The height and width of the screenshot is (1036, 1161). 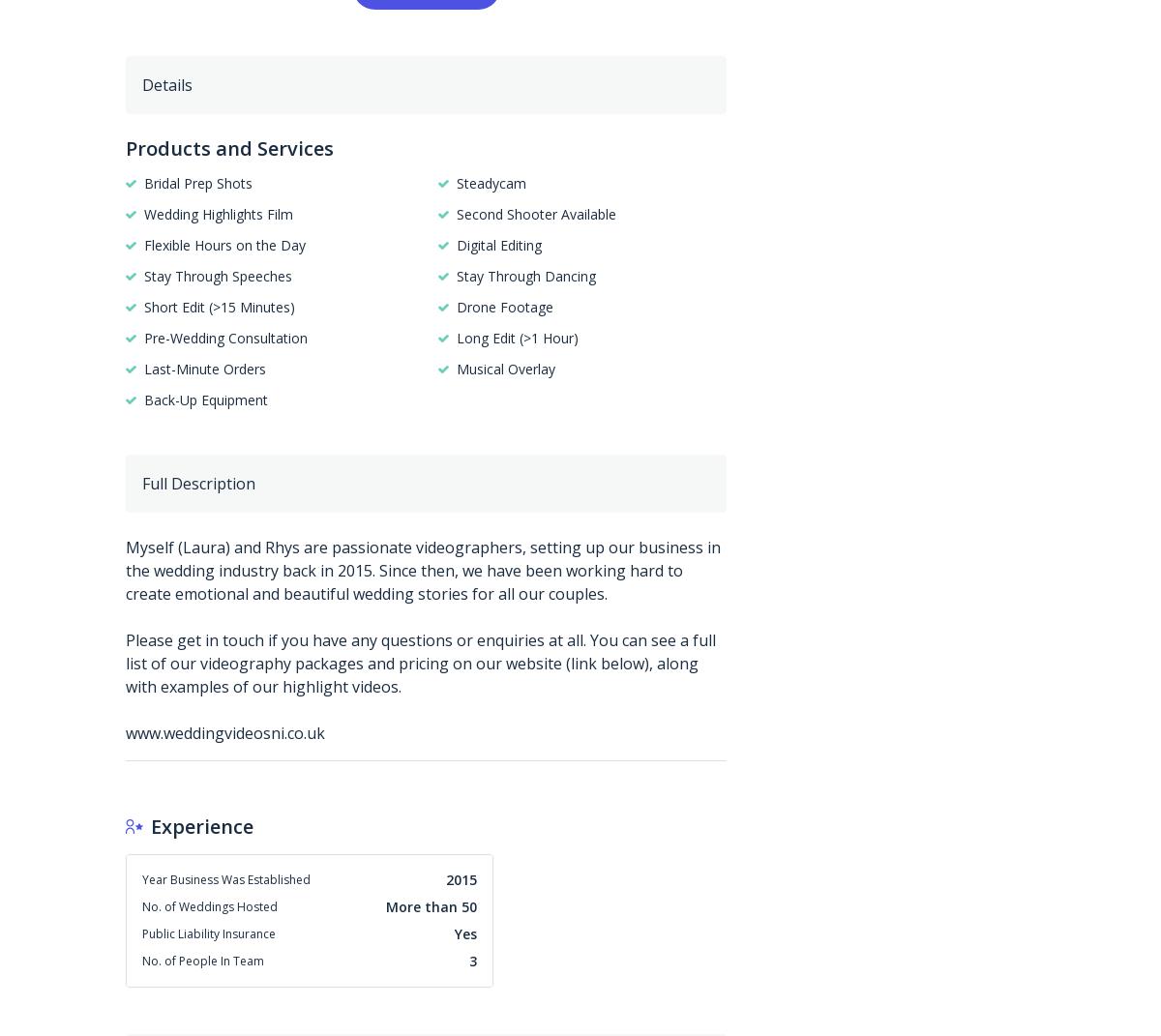 What do you see at coordinates (461, 878) in the screenshot?
I see `'2015'` at bounding box center [461, 878].